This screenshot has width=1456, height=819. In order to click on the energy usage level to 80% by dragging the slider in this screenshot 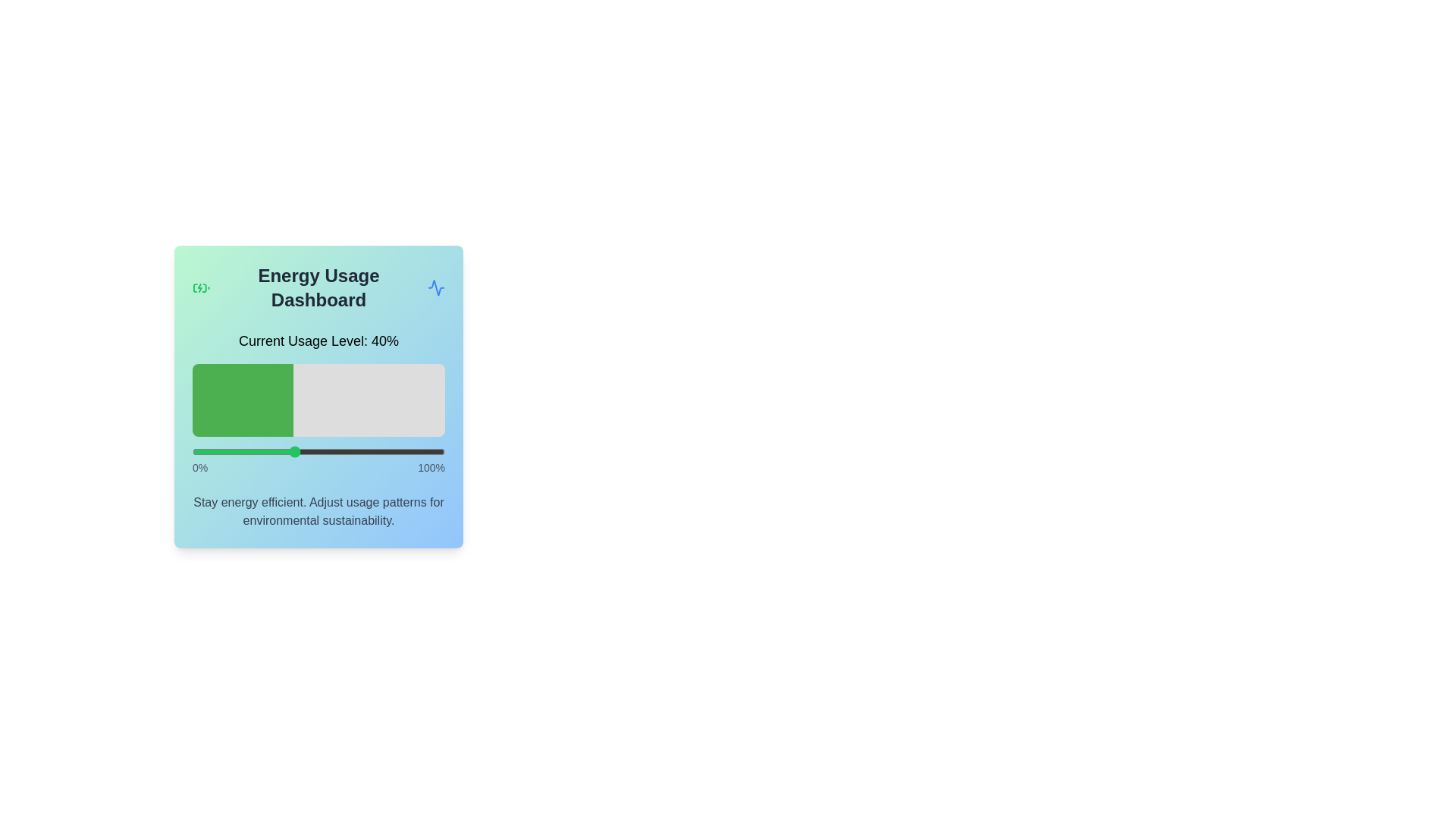, I will do `click(394, 451)`.